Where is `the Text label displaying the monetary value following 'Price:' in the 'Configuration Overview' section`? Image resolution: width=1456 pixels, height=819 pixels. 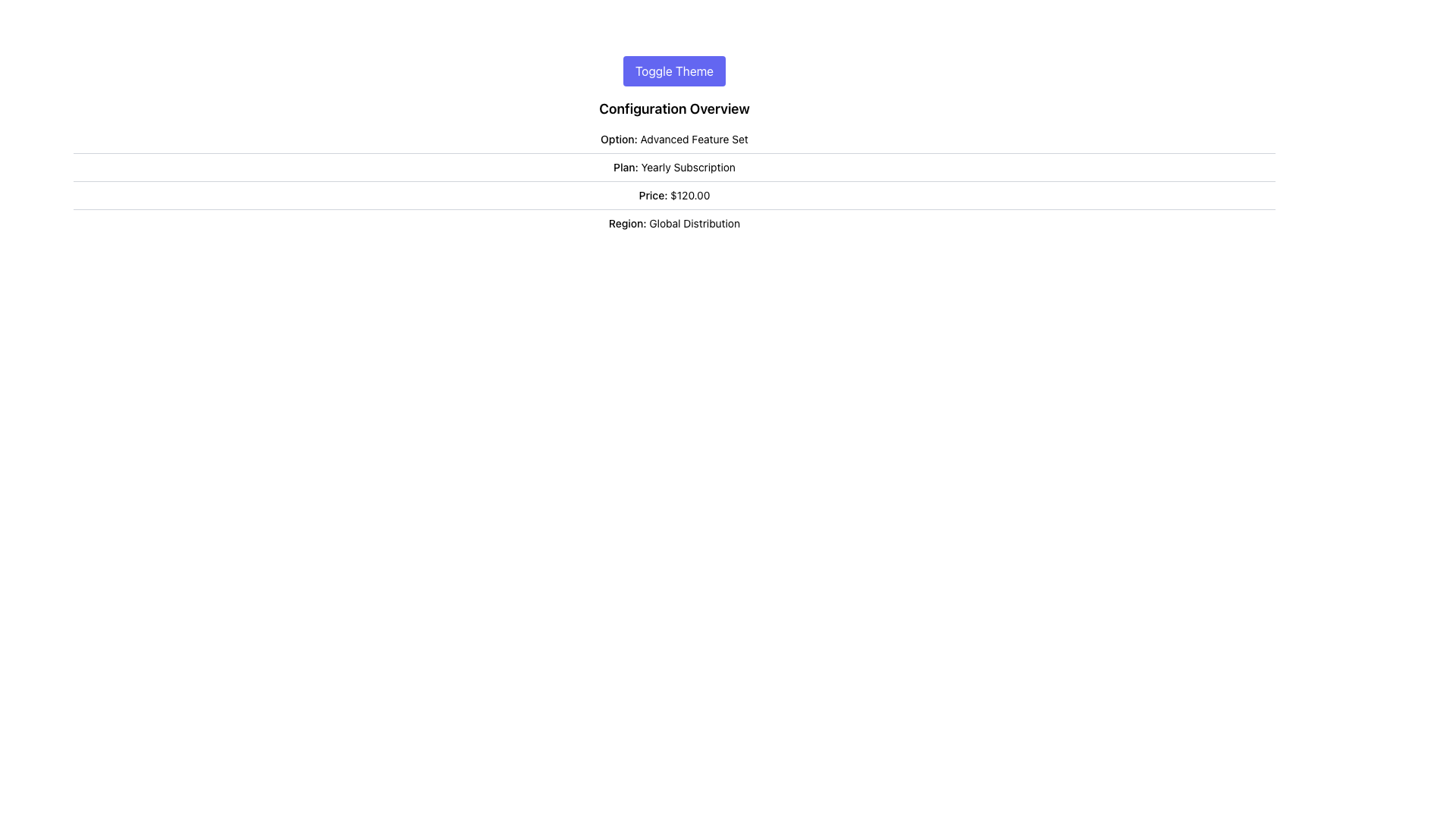
the Text label displaying the monetary value following 'Price:' in the 'Configuration Overview' section is located at coordinates (689, 194).